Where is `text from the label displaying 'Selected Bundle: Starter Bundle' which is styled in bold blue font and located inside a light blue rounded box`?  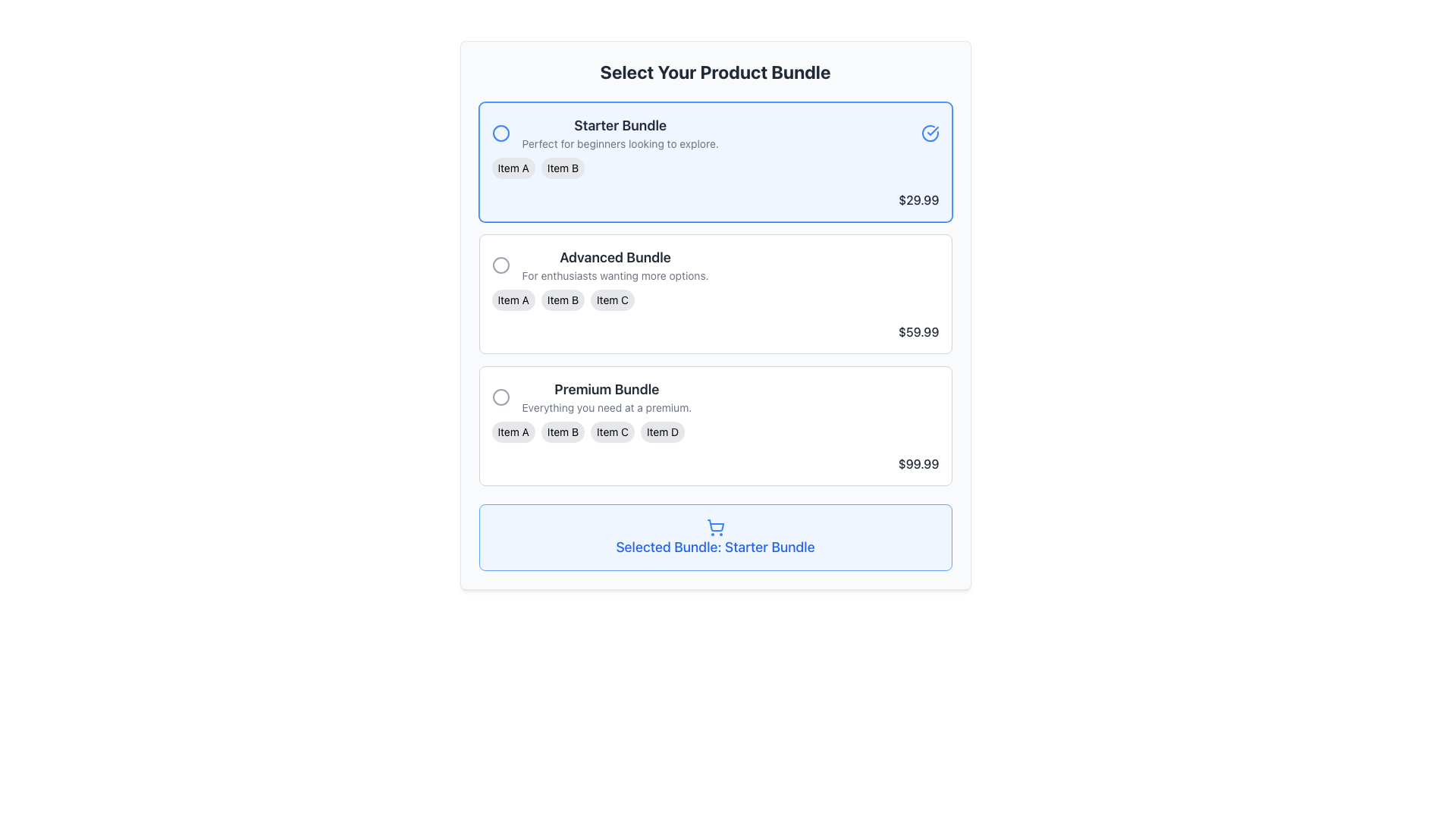 text from the label displaying 'Selected Bundle: Starter Bundle' which is styled in bold blue font and located inside a light blue rounded box is located at coordinates (714, 547).